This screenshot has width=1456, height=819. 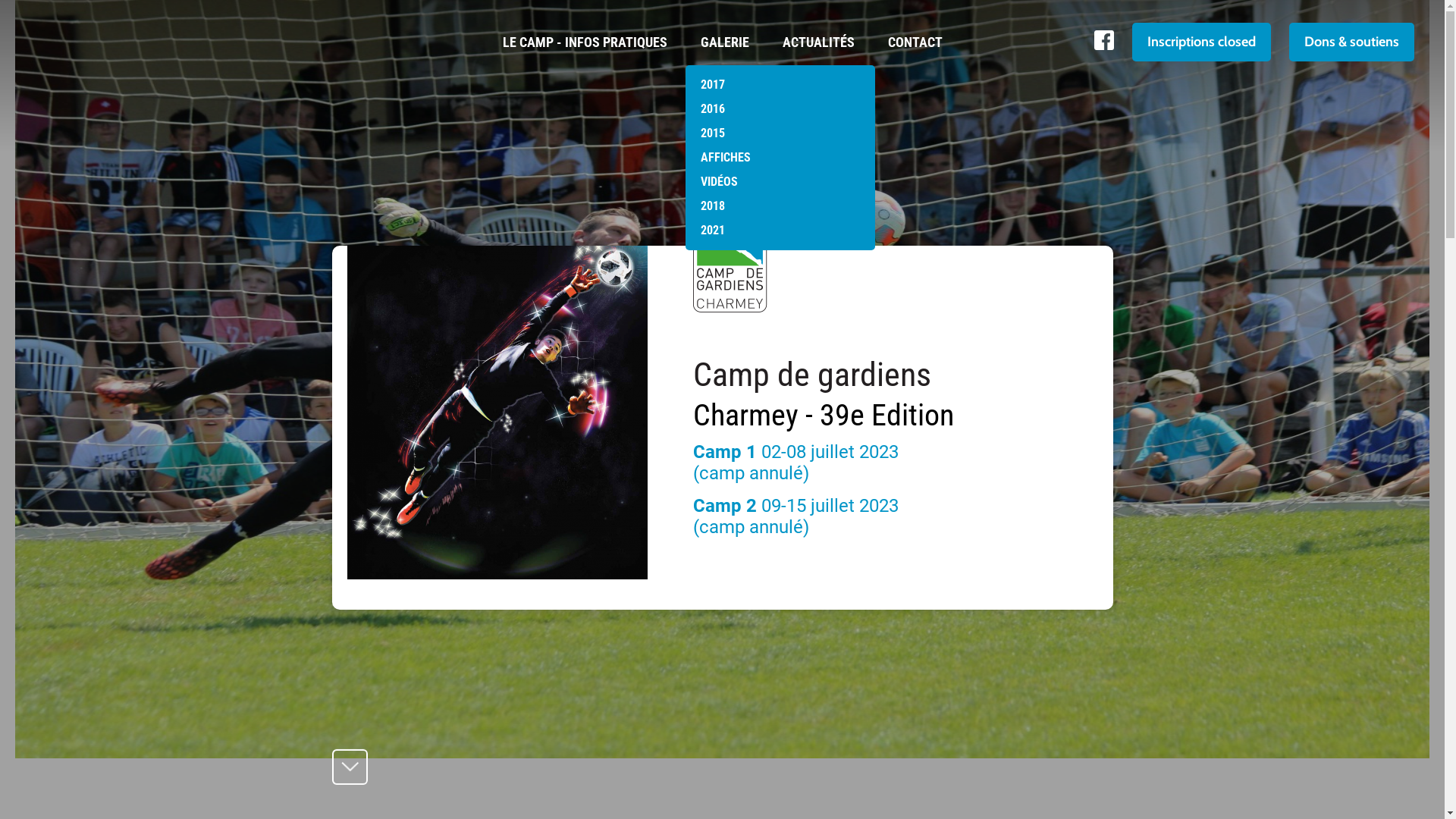 I want to click on 'Inscriptions closed', so click(x=1200, y=41).